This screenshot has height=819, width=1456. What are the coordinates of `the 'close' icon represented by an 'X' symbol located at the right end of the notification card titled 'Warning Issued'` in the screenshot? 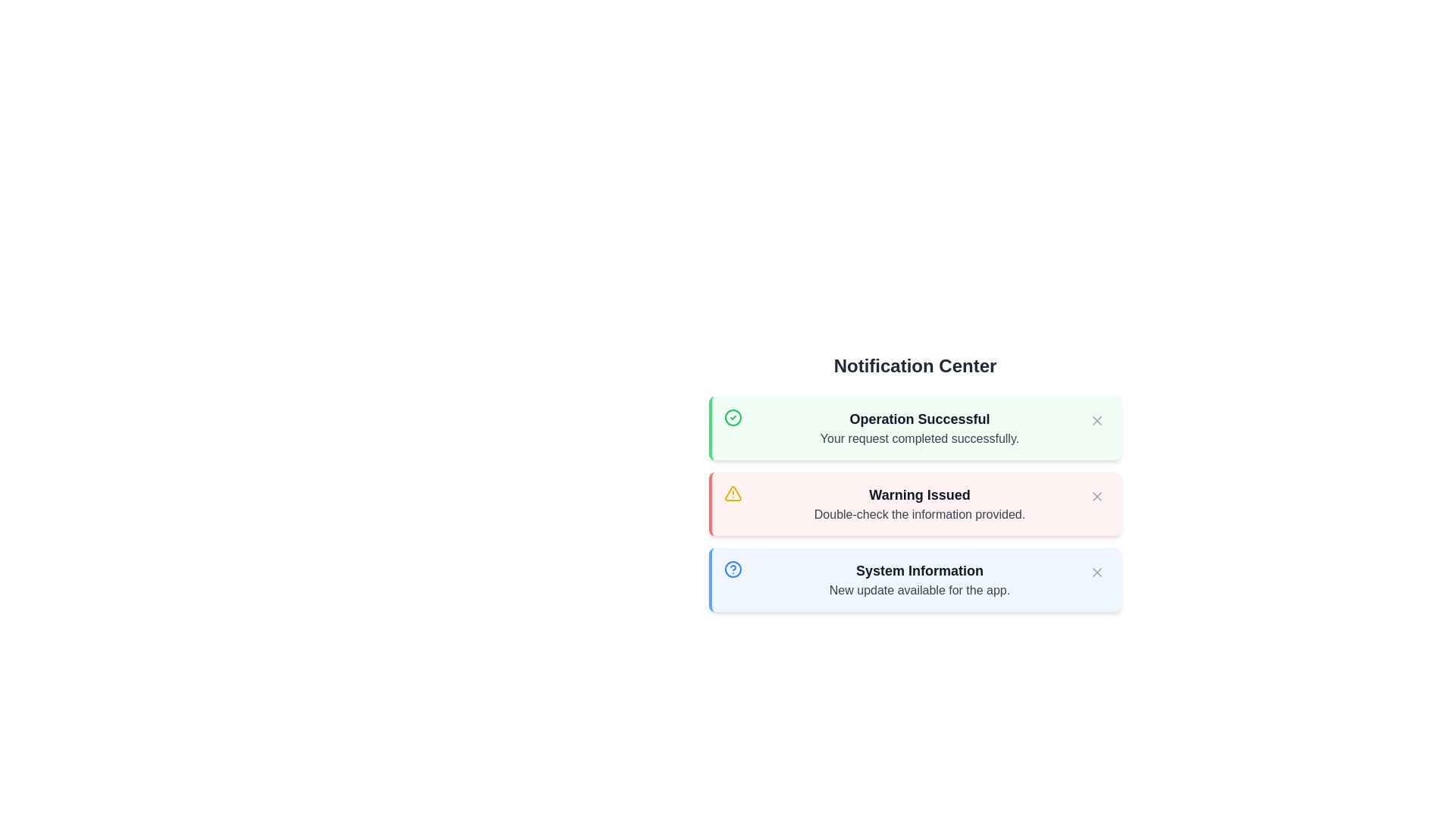 It's located at (1097, 497).